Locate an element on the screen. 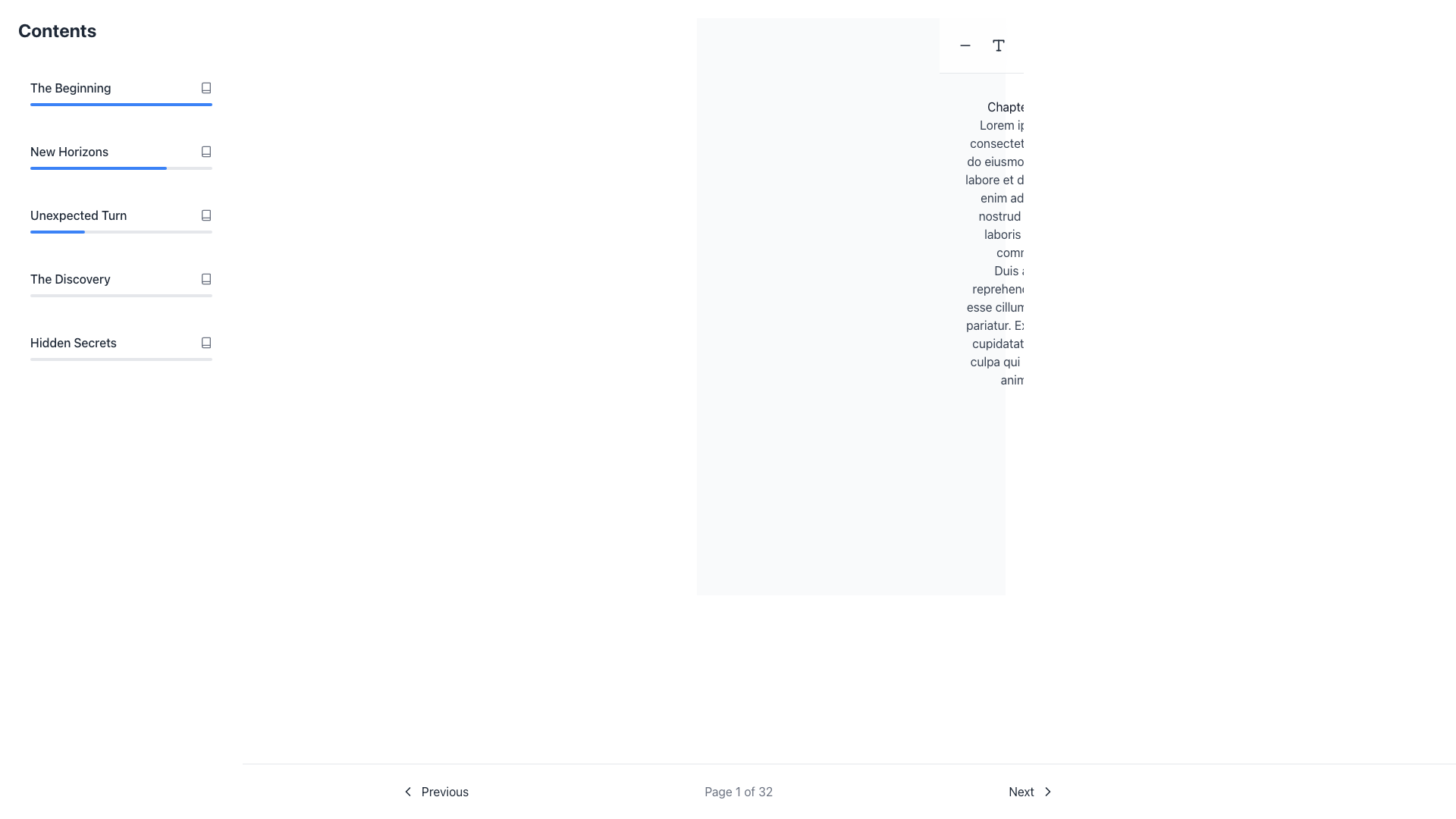 The width and height of the screenshot is (1456, 819). the Decorative SVG icon resembling a closed book, located adjacent to the text 'New Horizons' in the sidebar navigation menu is located at coordinates (206, 152).